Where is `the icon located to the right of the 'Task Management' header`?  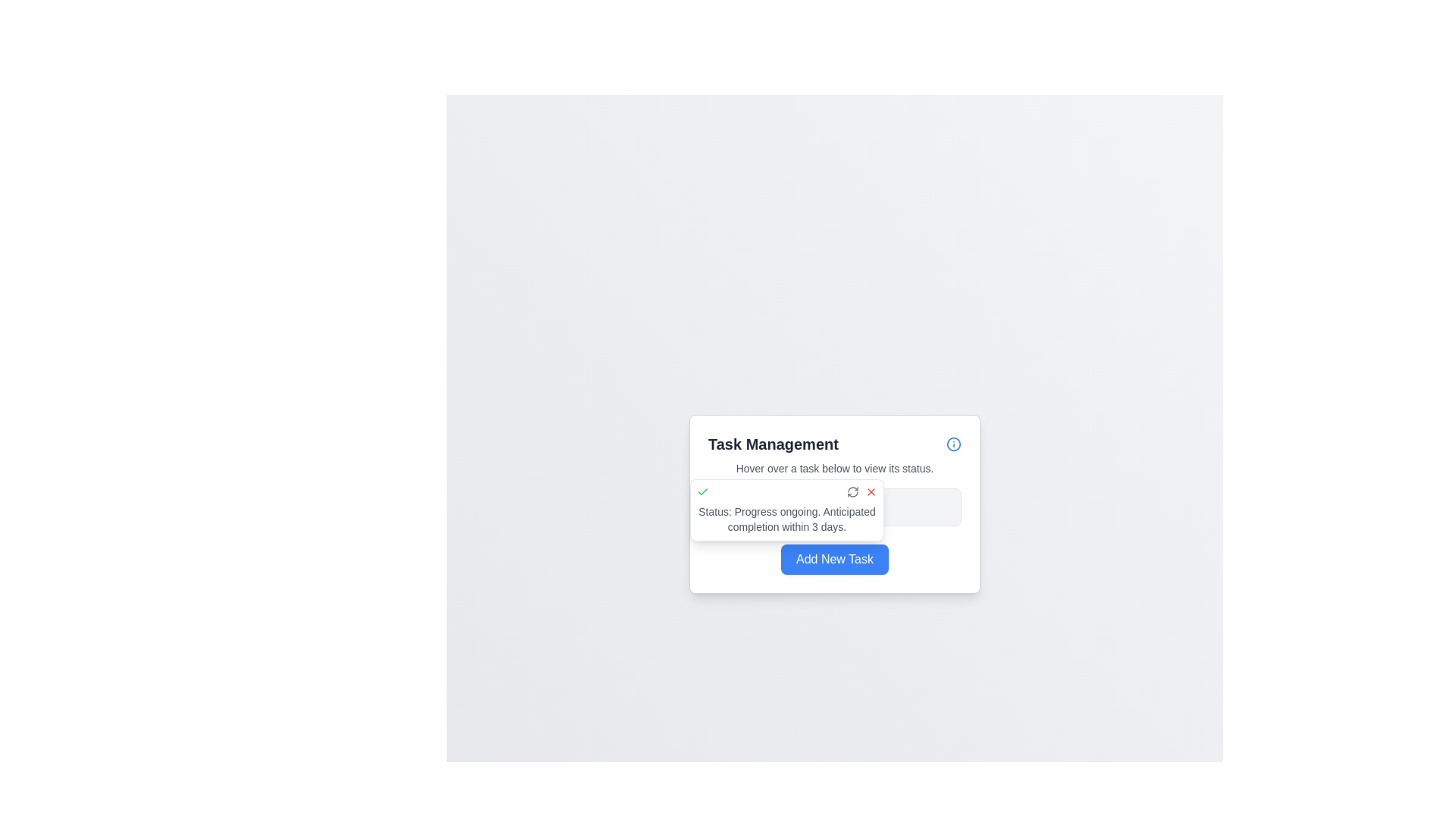
the icon located to the right of the 'Task Management' header is located at coordinates (952, 444).